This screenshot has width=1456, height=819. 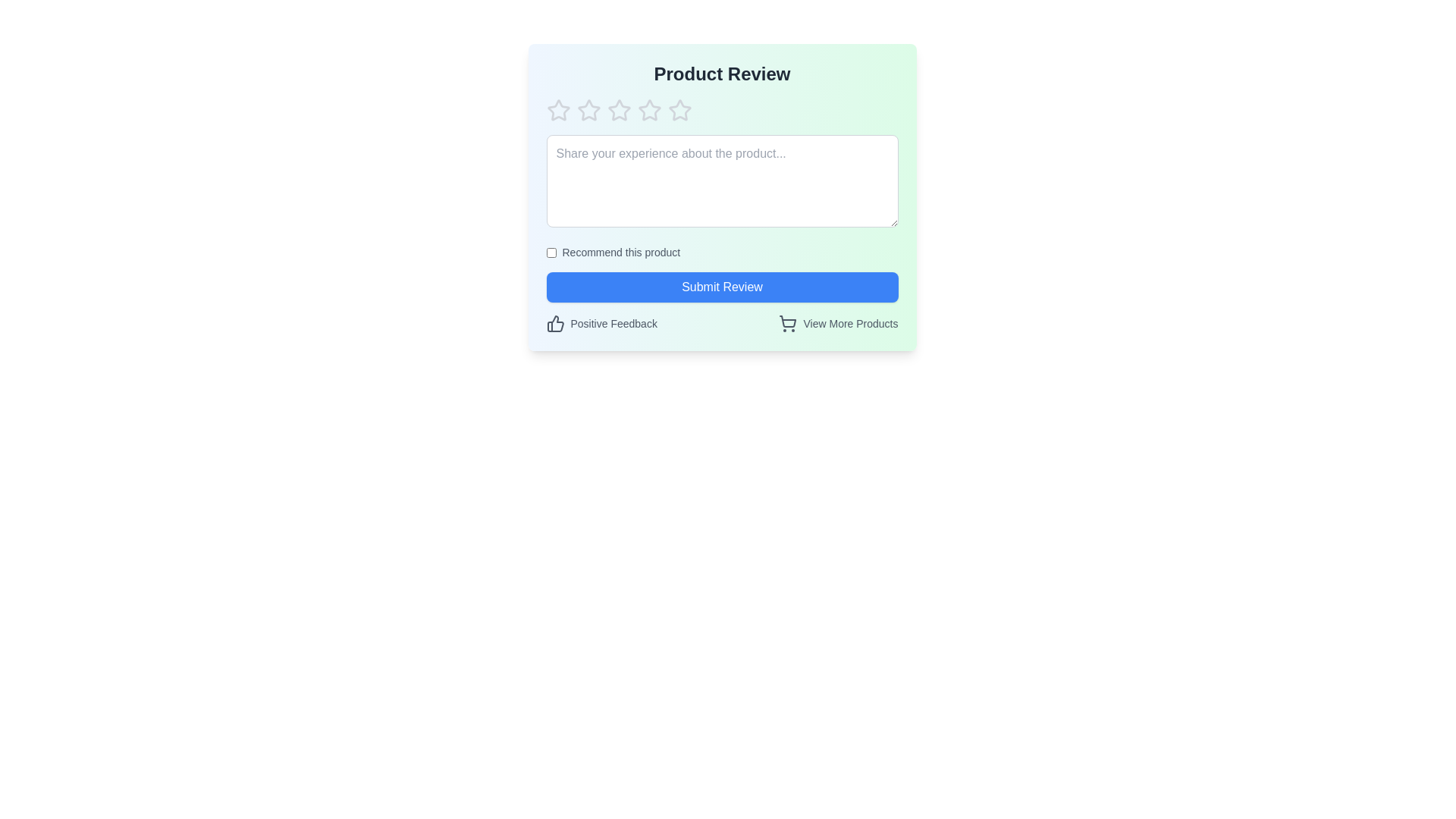 I want to click on the product rating to 2 stars by clicking on the respective star, so click(x=588, y=110).